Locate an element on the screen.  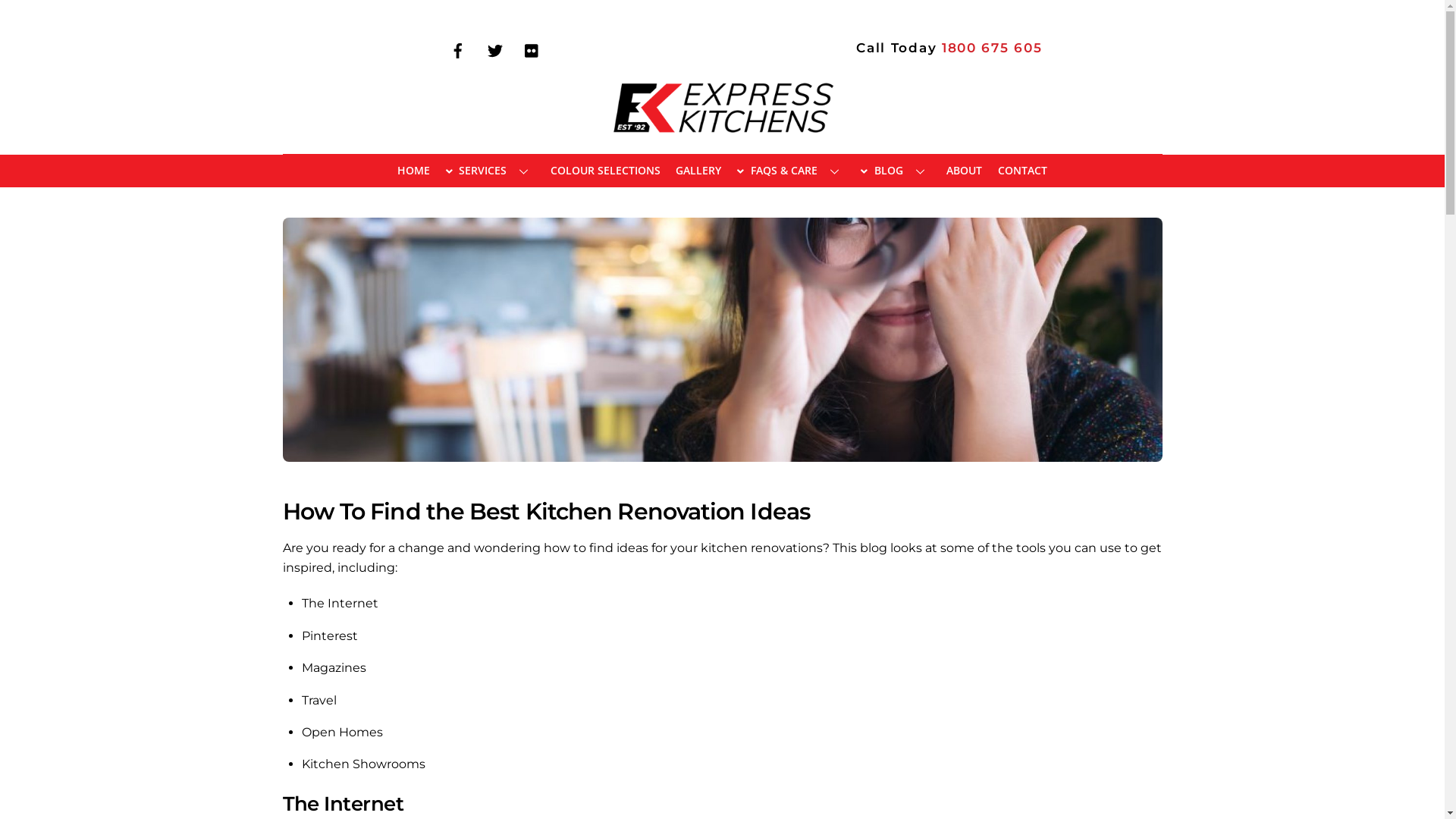
'HOME' is located at coordinates (413, 170).